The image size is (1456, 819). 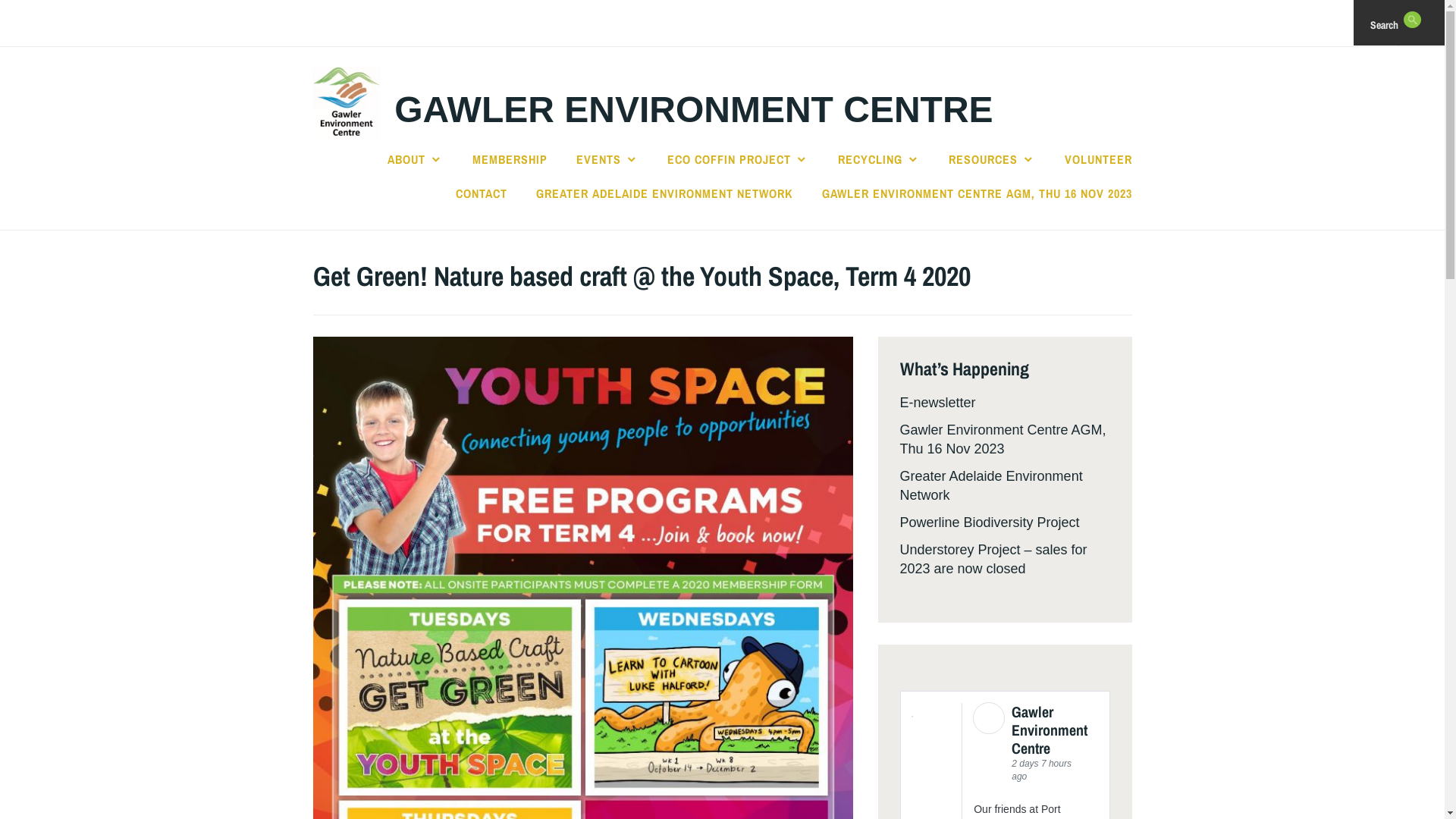 I want to click on 'Greater Adelaide Environment Network', so click(x=990, y=485).